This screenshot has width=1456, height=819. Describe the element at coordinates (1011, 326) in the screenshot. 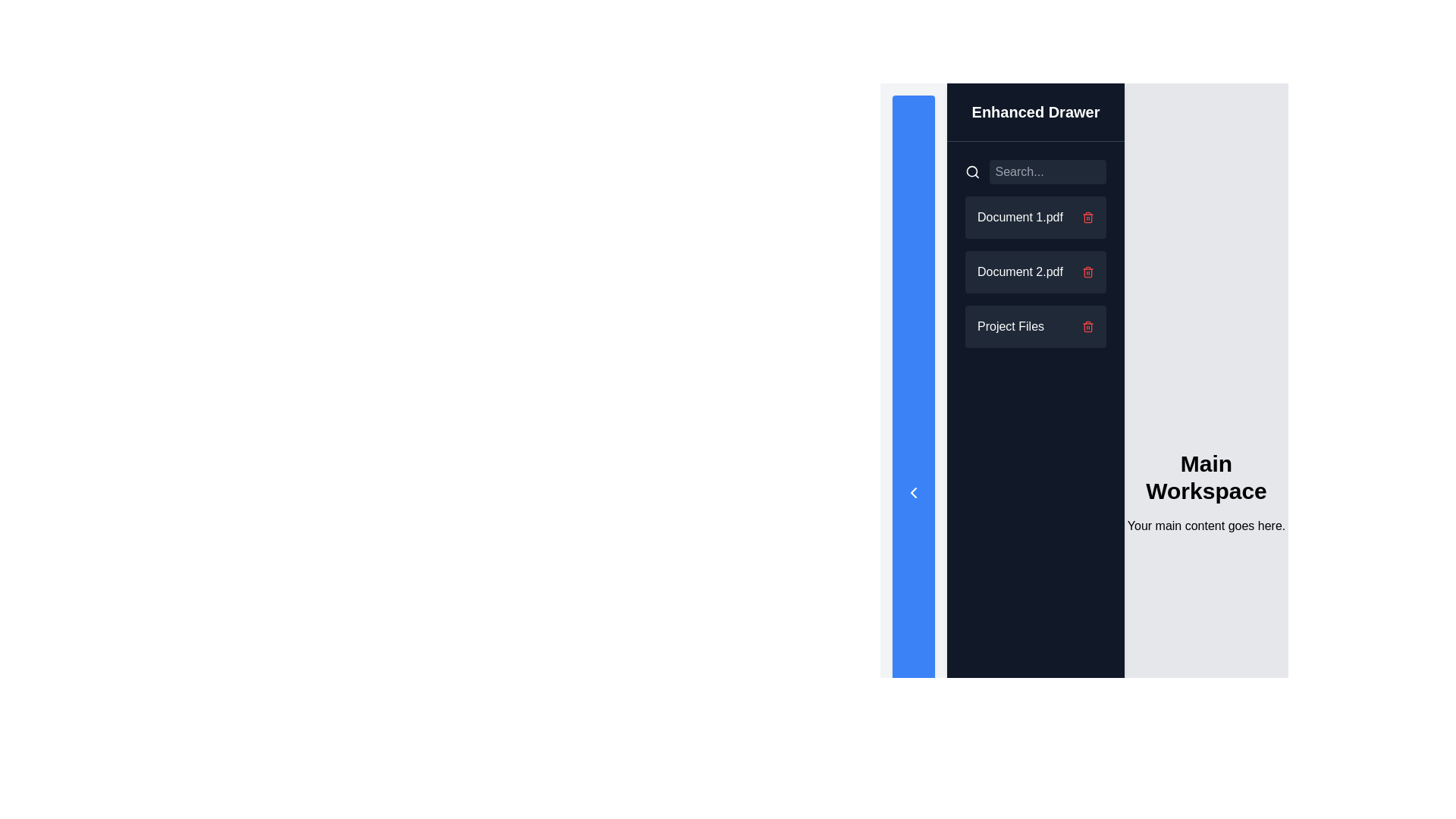

I see `the third label in the 'Enhanced Drawer' section of the left drawer interface, which represents project files` at that location.